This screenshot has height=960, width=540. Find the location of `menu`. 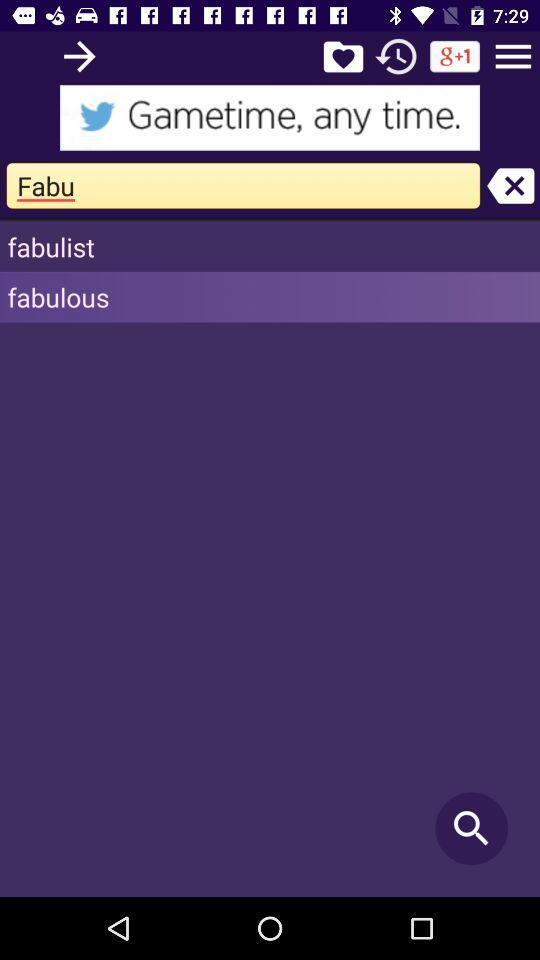

menu is located at coordinates (513, 55).